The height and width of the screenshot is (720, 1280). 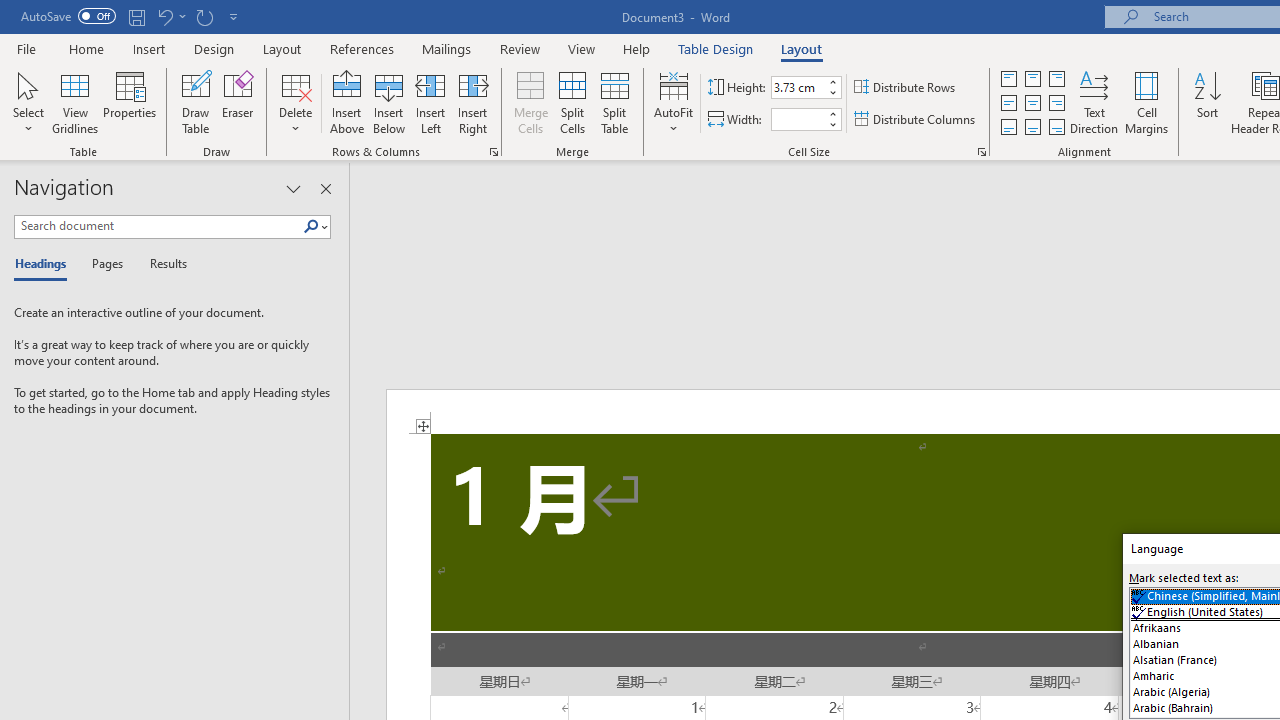 What do you see at coordinates (196, 103) in the screenshot?
I see `'Draw Table'` at bounding box center [196, 103].